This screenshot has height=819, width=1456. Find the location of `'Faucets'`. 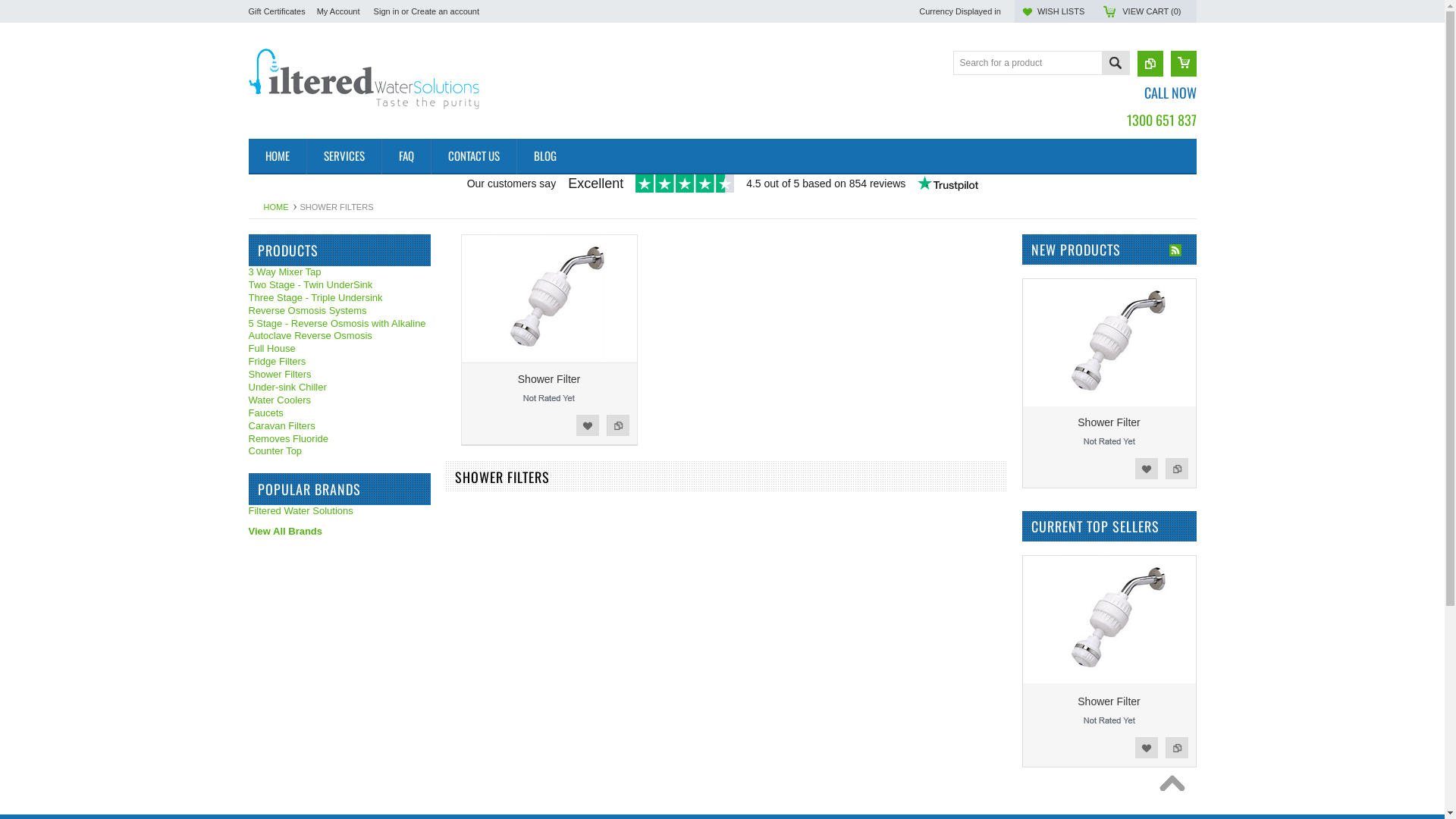

'Faucets' is located at coordinates (338, 413).